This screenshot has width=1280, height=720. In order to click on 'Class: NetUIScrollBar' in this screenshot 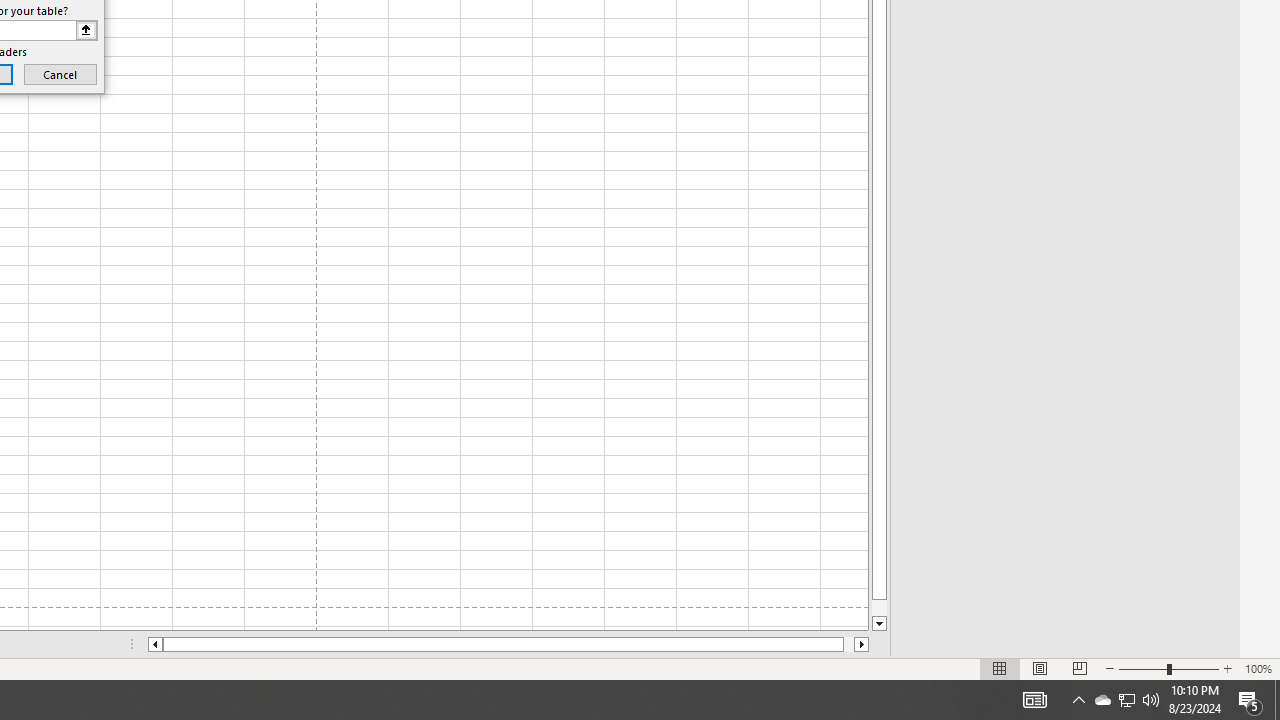, I will do `click(508, 644)`.